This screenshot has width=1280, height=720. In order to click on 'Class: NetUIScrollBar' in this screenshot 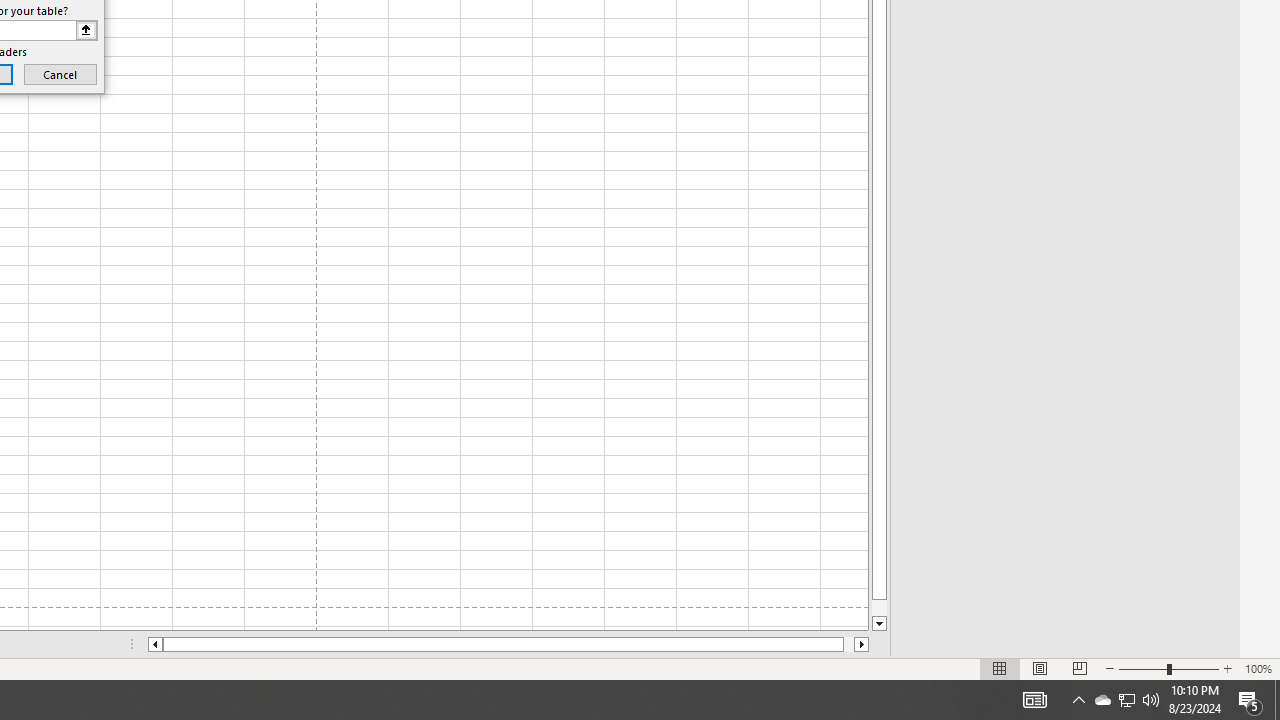, I will do `click(508, 644)`.